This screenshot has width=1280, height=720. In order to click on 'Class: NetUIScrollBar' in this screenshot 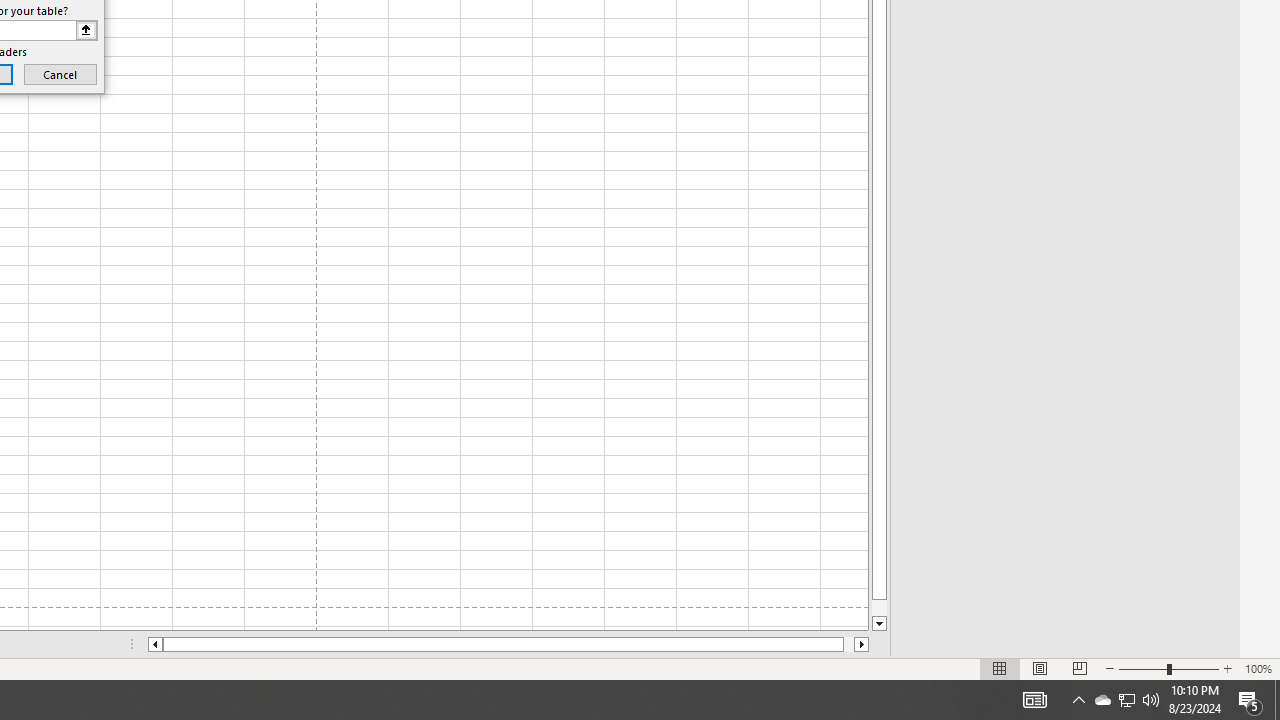, I will do `click(508, 644)`.